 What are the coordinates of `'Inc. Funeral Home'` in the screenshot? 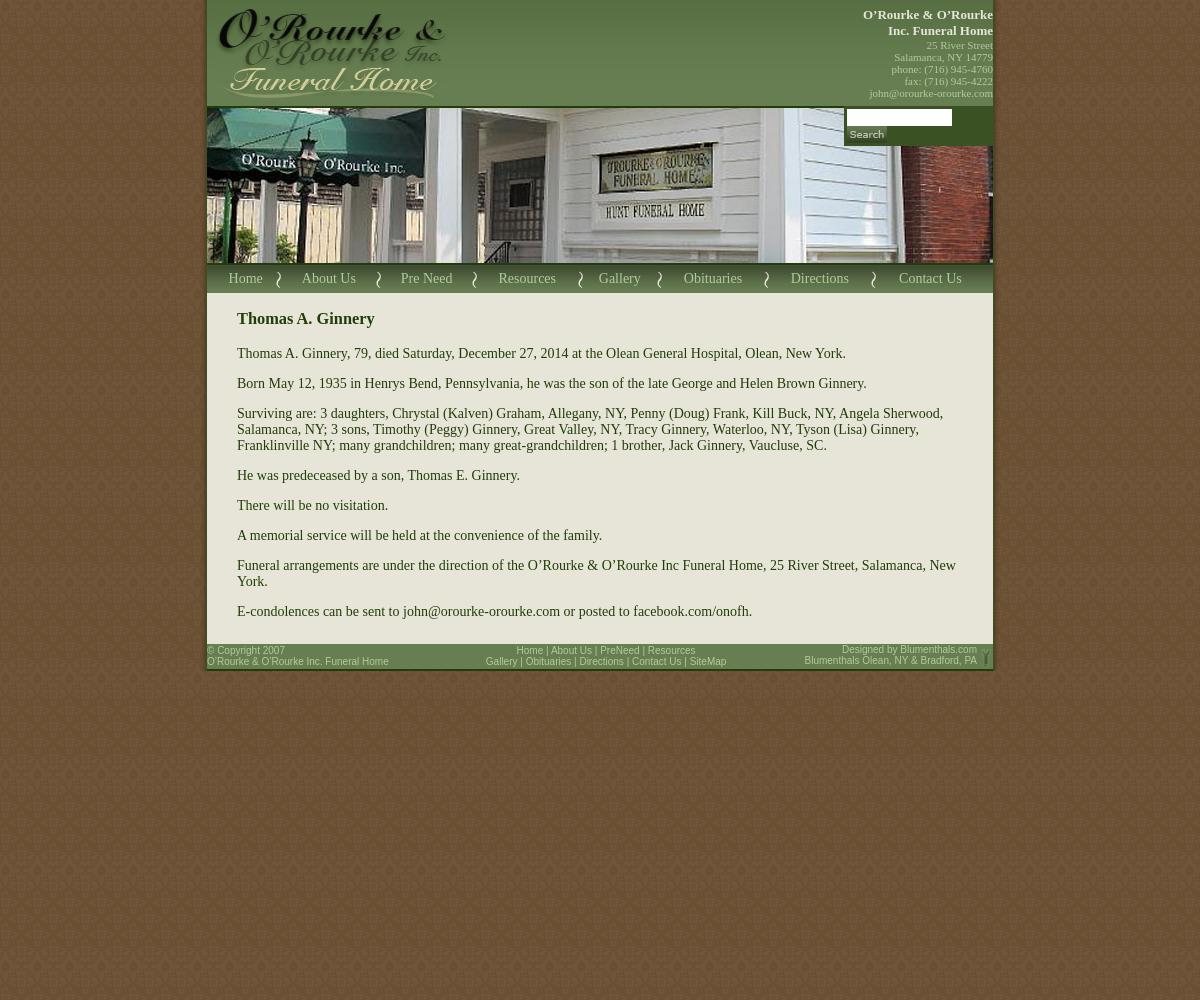 It's located at (886, 30).